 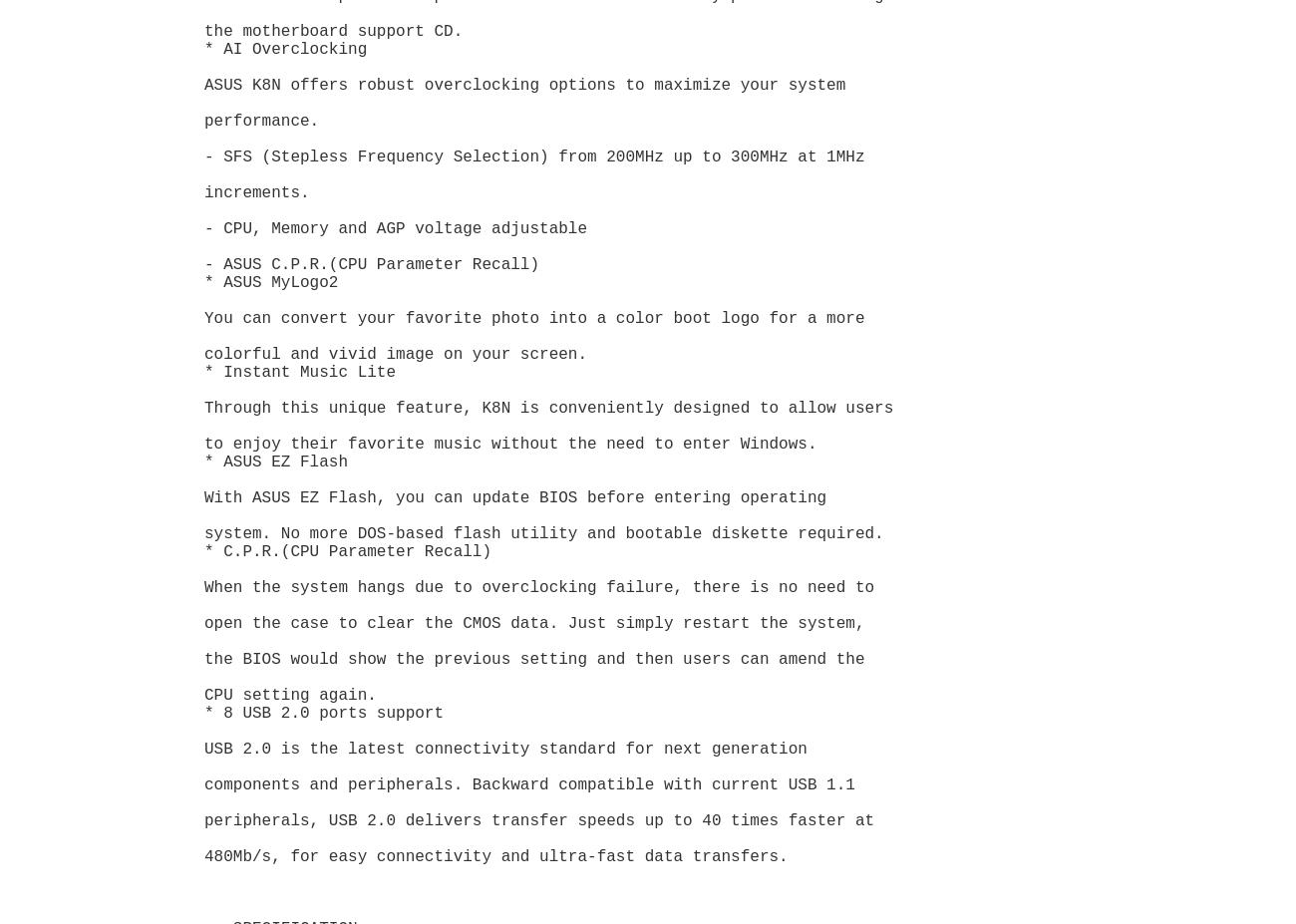 I want to click on '* AI Overclocking', so click(x=285, y=48).